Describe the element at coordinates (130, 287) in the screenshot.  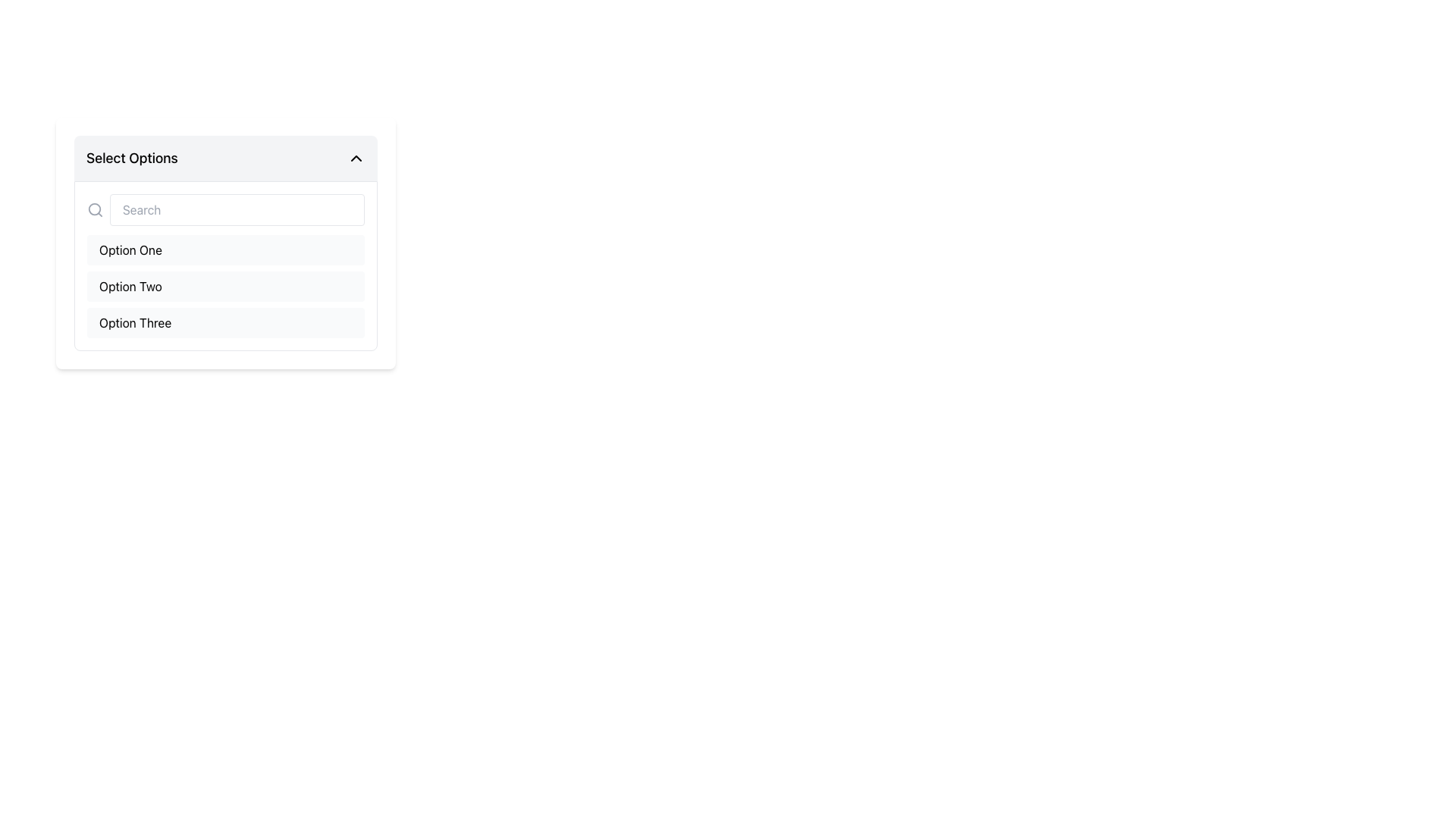
I see `the second option in the dropdown menu labeled 'Option Two'` at that location.